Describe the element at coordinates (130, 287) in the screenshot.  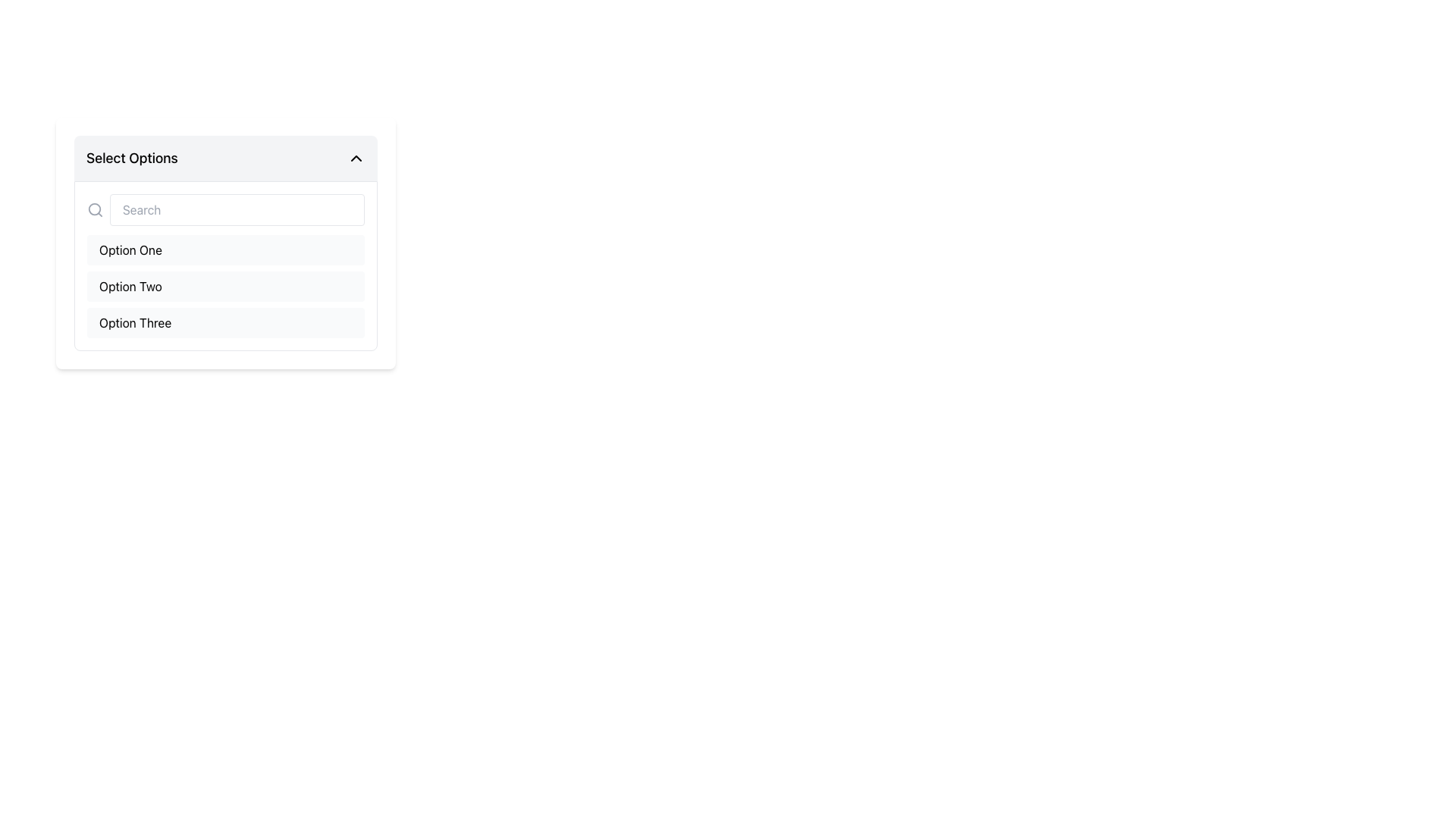
I see `the second option in the dropdown menu labeled 'Option Two'` at that location.